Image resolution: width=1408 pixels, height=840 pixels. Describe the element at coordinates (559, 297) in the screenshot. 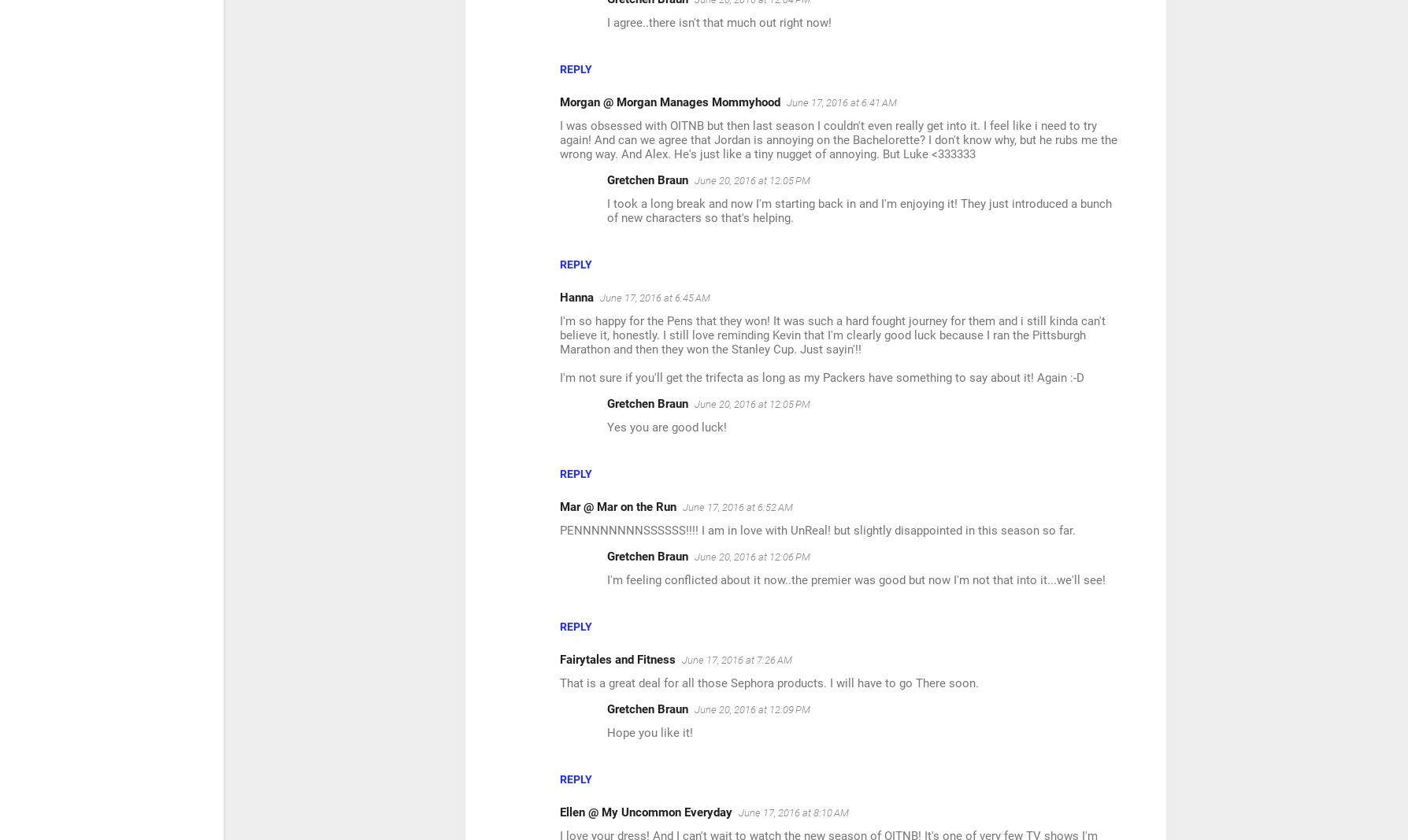

I see `'Hanna'` at that location.